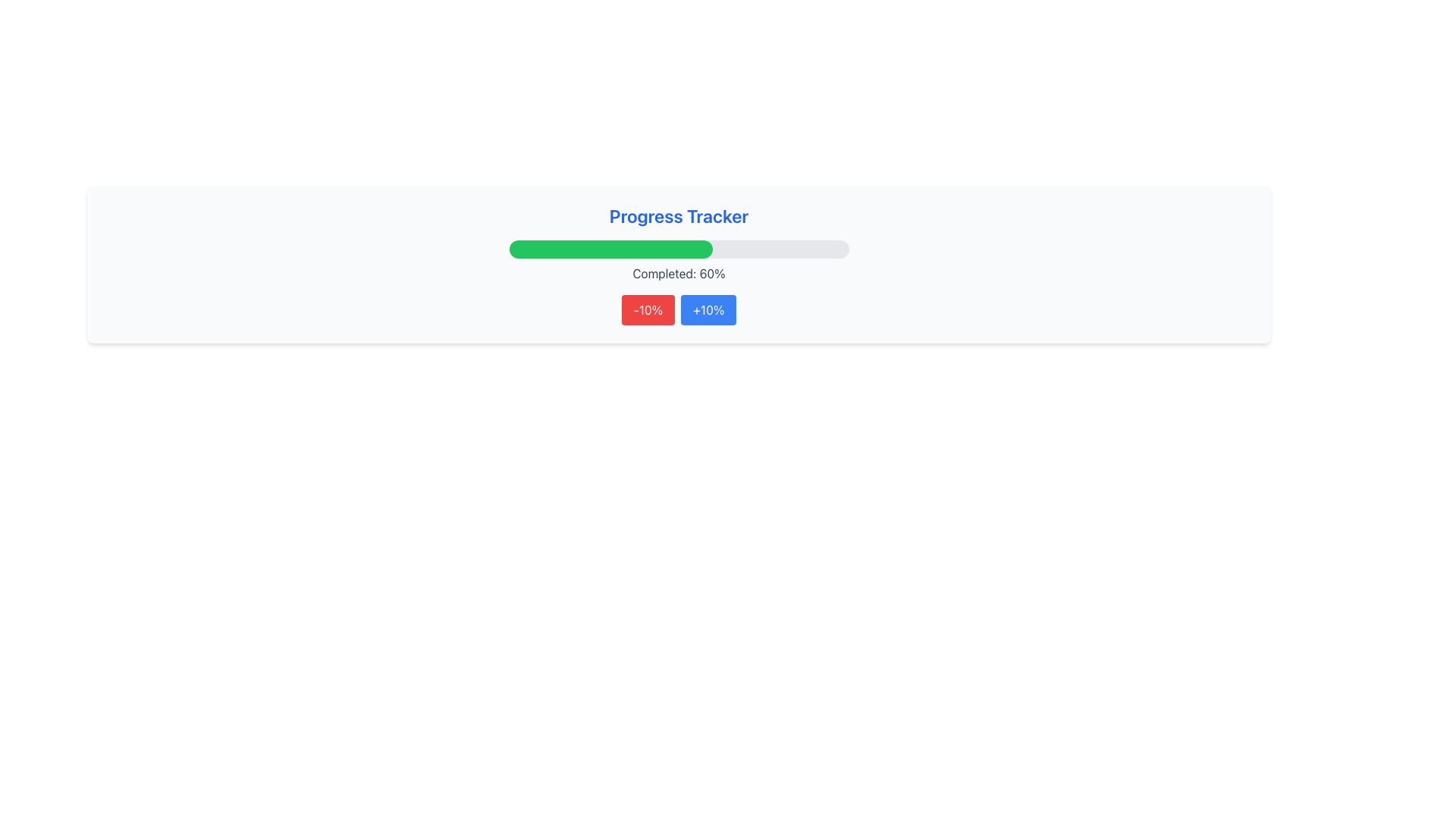 This screenshot has width=1456, height=819. Describe the element at coordinates (708, 309) in the screenshot. I see `the second button in a pair below the green progress bar` at that location.